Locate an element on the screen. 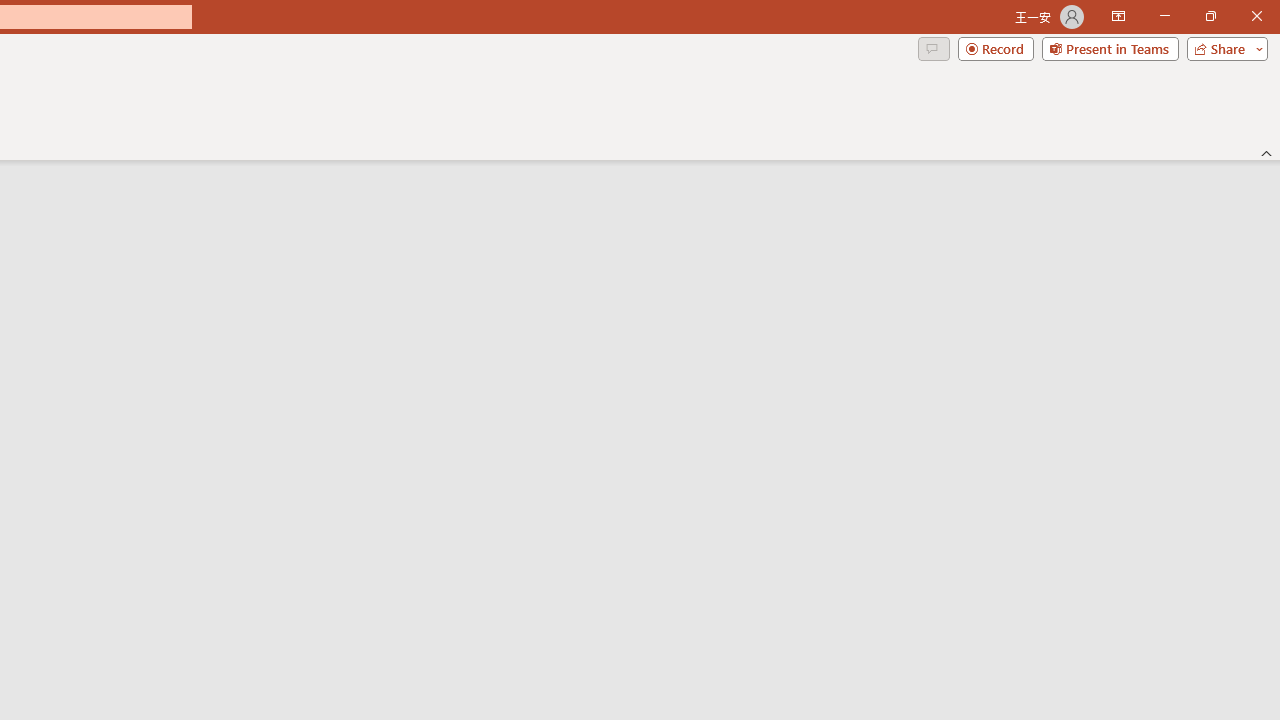 The width and height of the screenshot is (1280, 720). 'Present in Teams' is located at coordinates (1109, 47).